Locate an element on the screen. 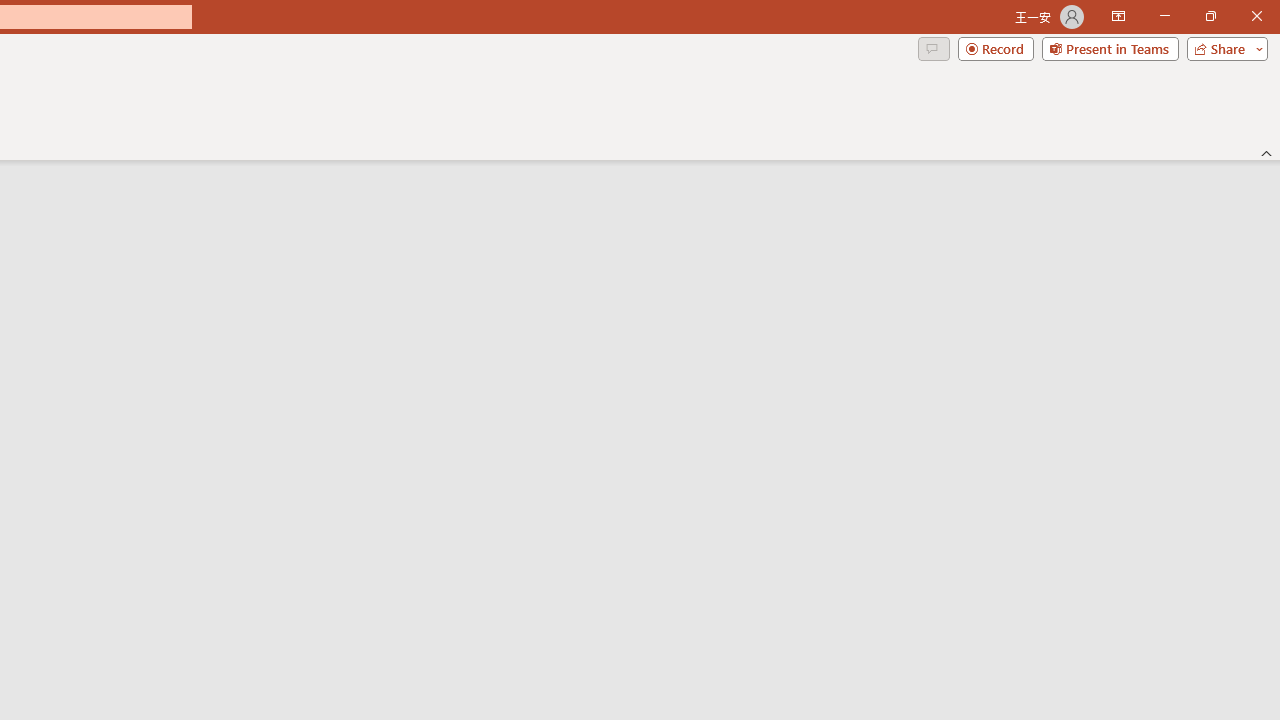 The width and height of the screenshot is (1280, 720). 'Present in Teams' is located at coordinates (1109, 47).